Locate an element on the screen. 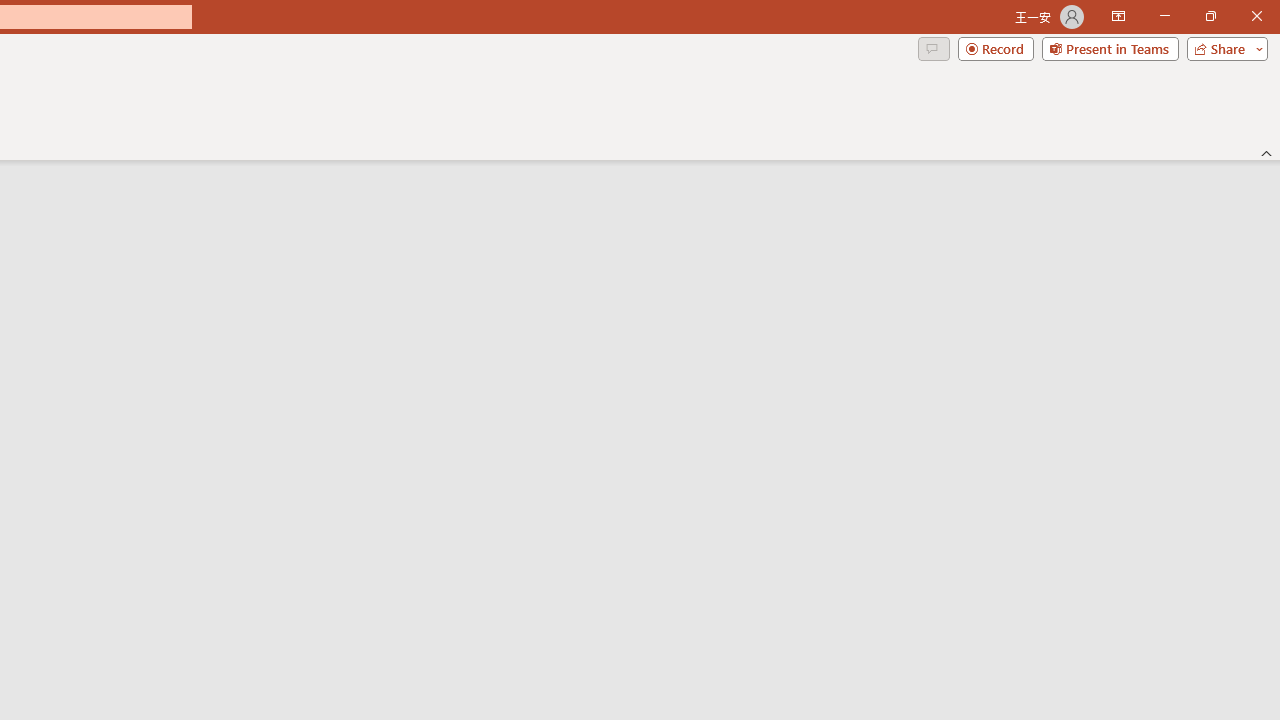 The width and height of the screenshot is (1280, 720). 'Present in Teams' is located at coordinates (1109, 47).